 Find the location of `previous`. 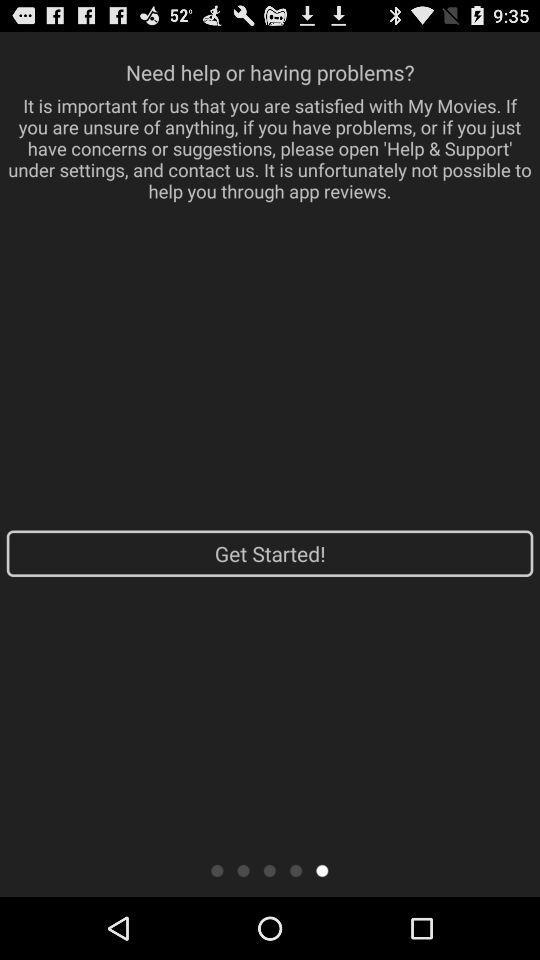

previous is located at coordinates (243, 869).